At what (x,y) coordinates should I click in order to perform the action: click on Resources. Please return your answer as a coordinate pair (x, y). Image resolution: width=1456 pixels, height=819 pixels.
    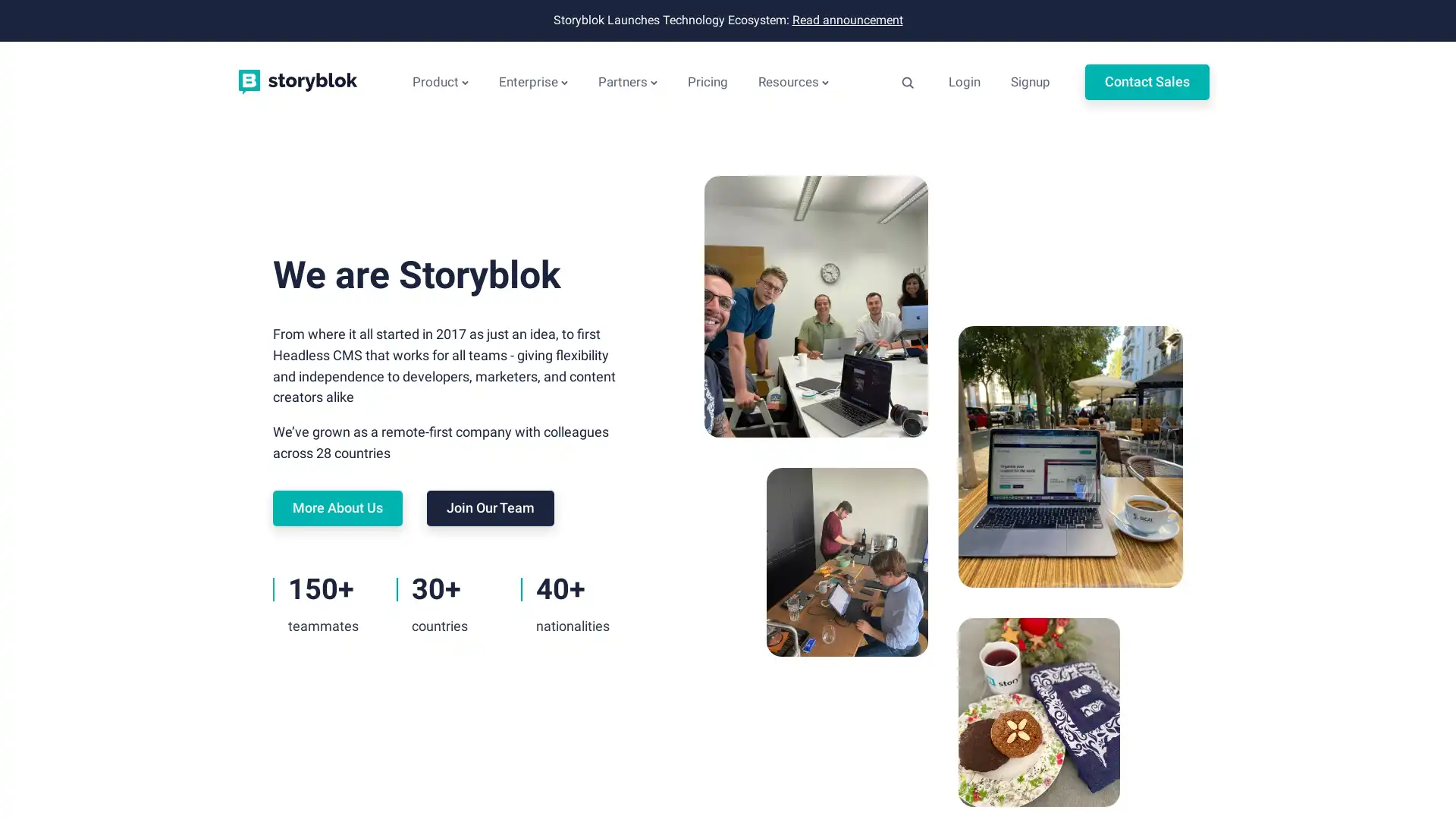
    Looking at the image, I should click on (792, 82).